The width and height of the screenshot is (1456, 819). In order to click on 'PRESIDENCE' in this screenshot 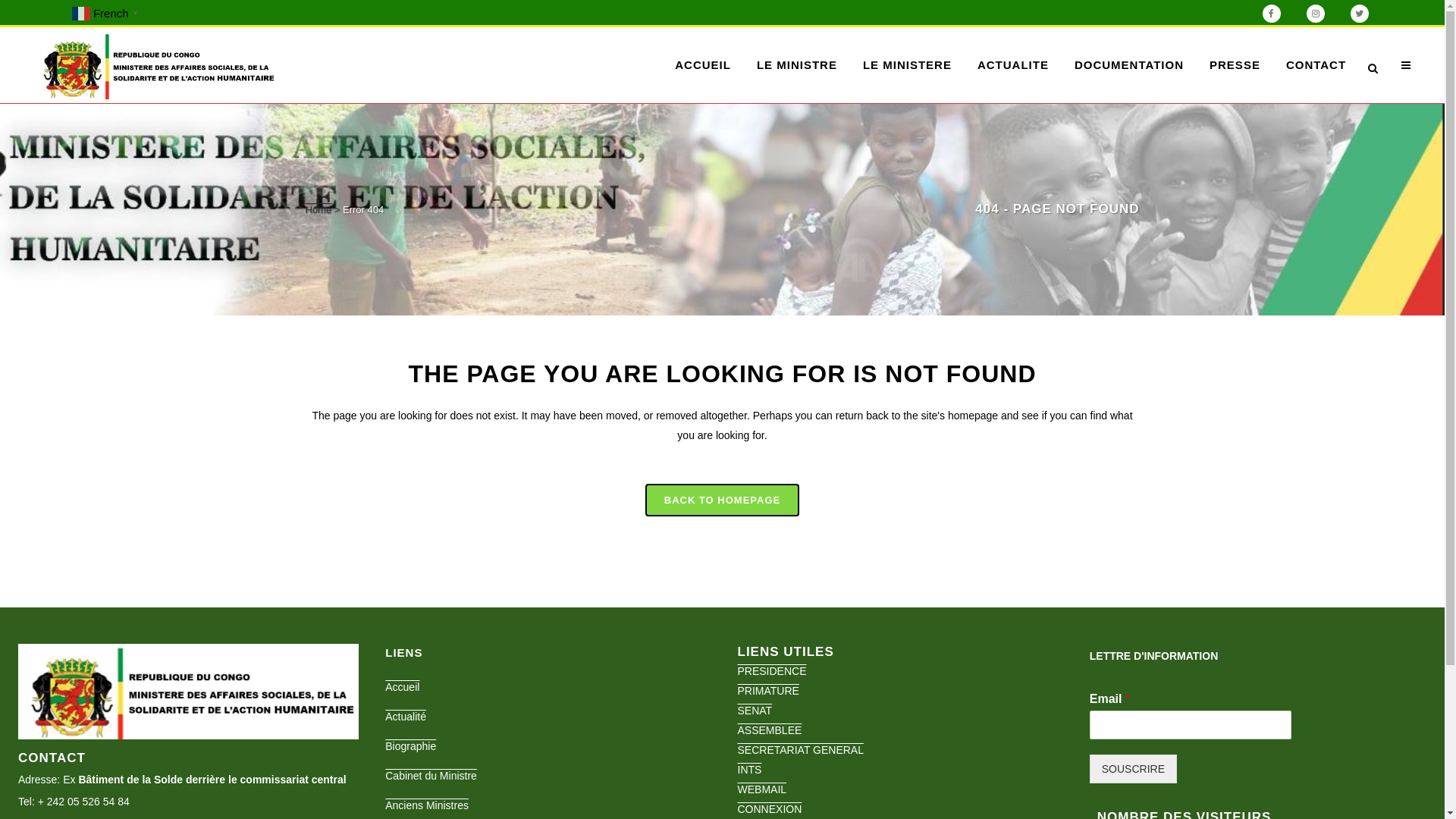, I will do `click(736, 670)`.